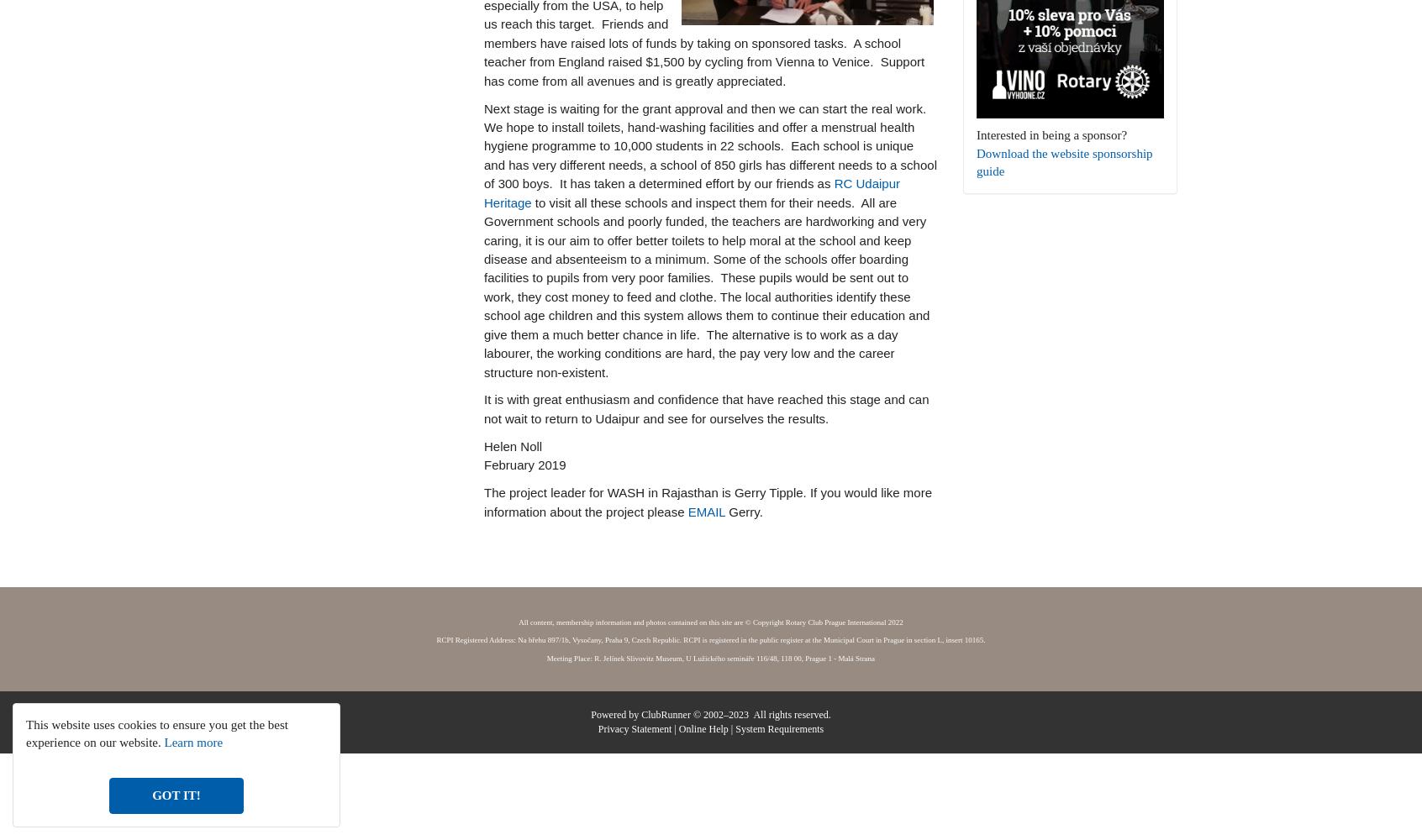 This screenshot has height=840, width=1422. Describe the element at coordinates (435, 640) in the screenshot. I see `'RCPI Registered Address: Na břehu 897/1b, Vysočany, Praha 9, Czech Republic. RCPI is registered in the public register at the Municipal Court in Prague in section L, insert 10165.'` at that location.